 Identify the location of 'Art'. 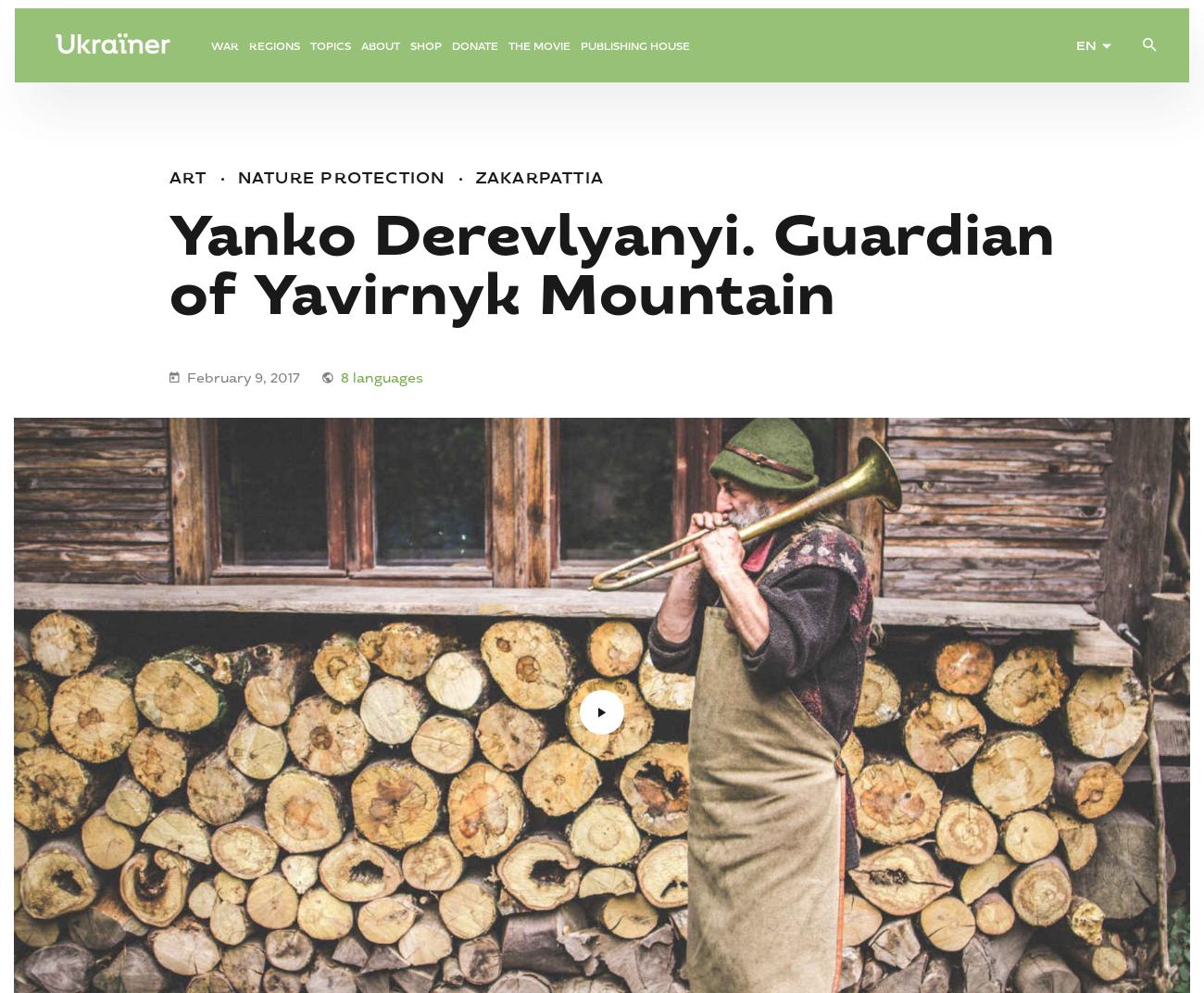
(188, 177).